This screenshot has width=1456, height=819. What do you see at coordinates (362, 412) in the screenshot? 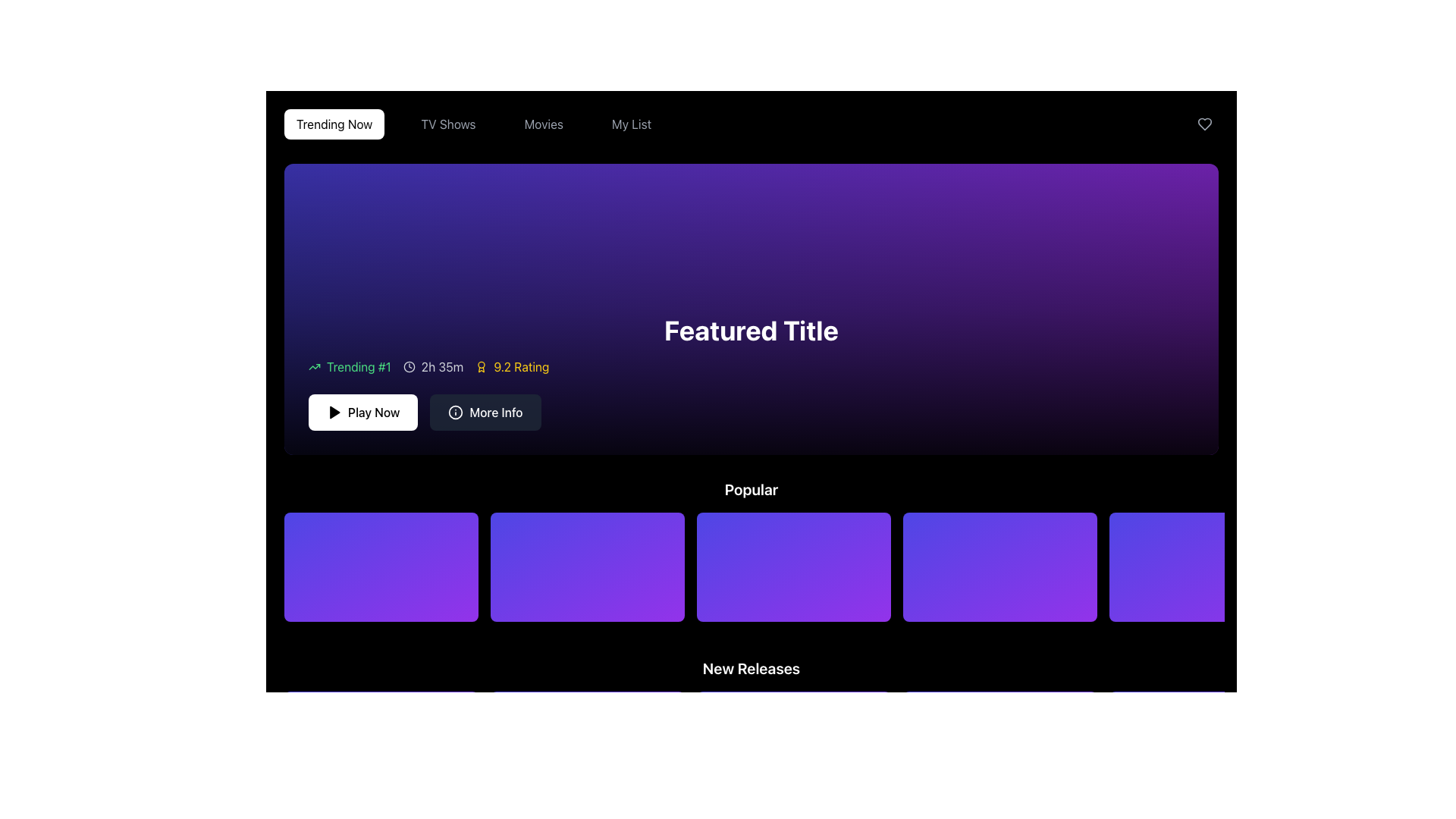
I see `the leftmost button in the header section of the featured media card` at bounding box center [362, 412].